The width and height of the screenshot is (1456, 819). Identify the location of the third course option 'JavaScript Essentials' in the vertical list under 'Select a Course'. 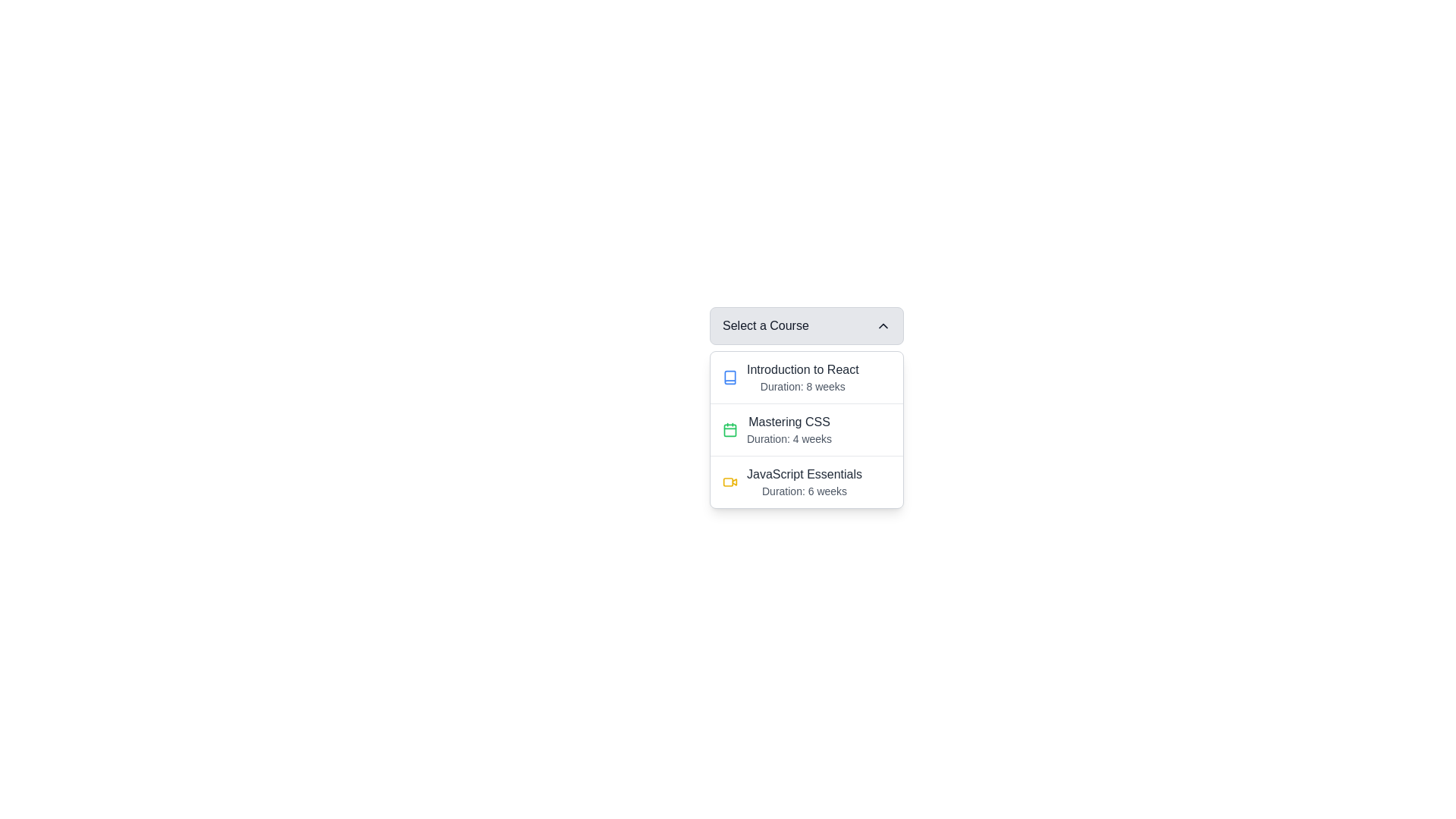
(806, 482).